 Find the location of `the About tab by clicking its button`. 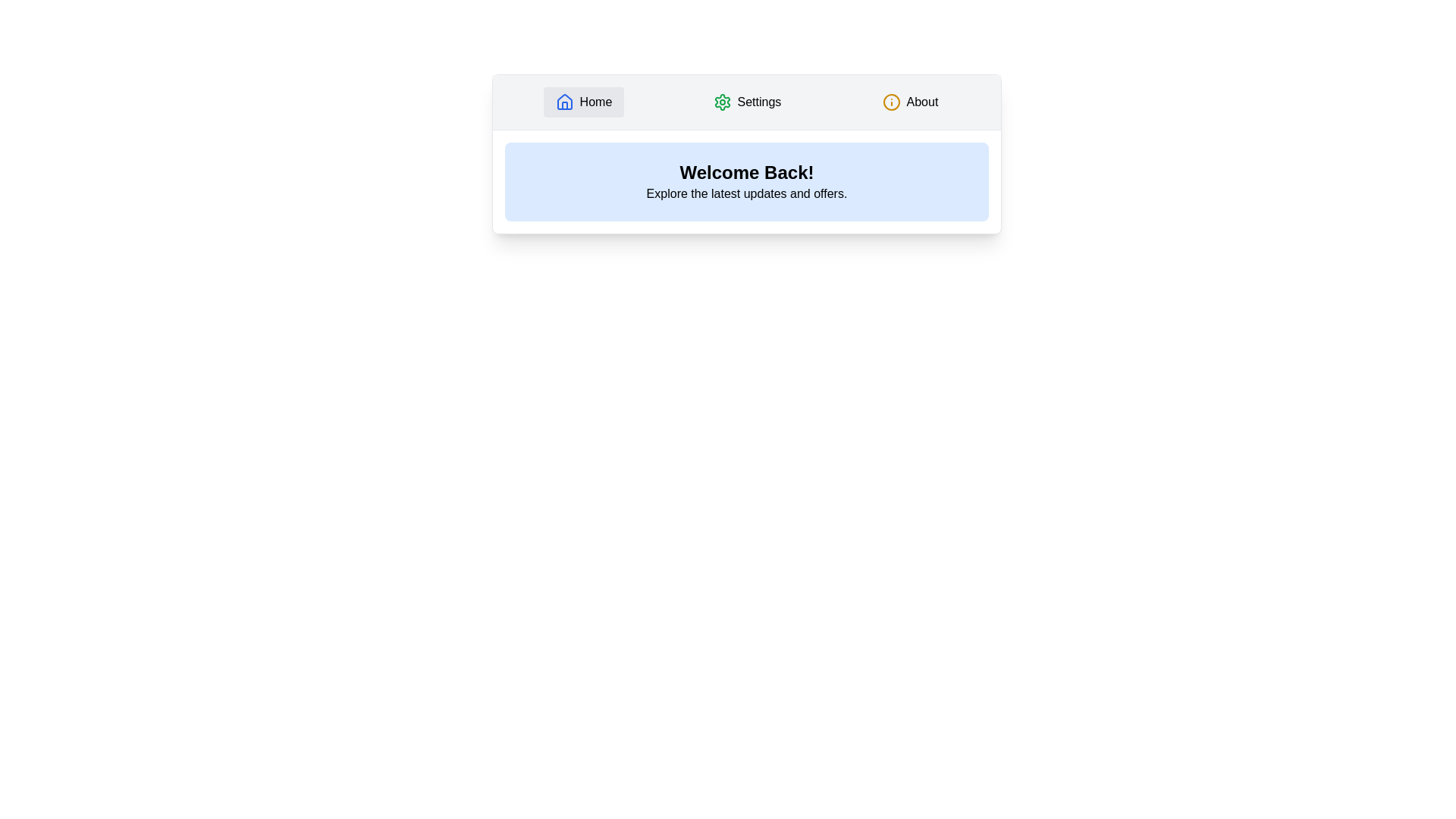

the About tab by clicking its button is located at coordinates (910, 102).